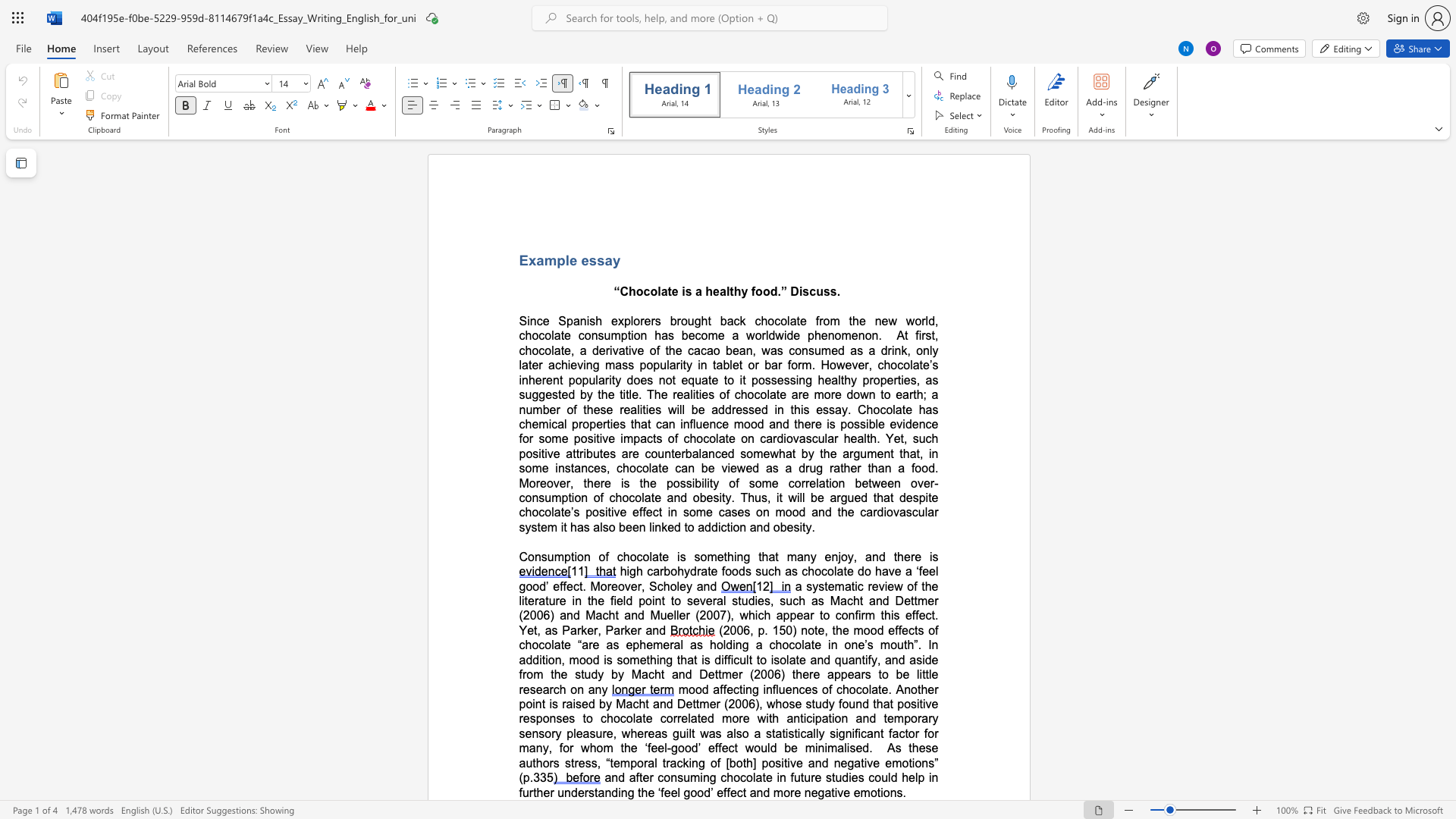 Image resolution: width=1456 pixels, height=819 pixels. Describe the element at coordinates (650, 291) in the screenshot. I see `the subset text "olate is a" within the text "“Chocolate is a healthy food.” Discuss."` at that location.